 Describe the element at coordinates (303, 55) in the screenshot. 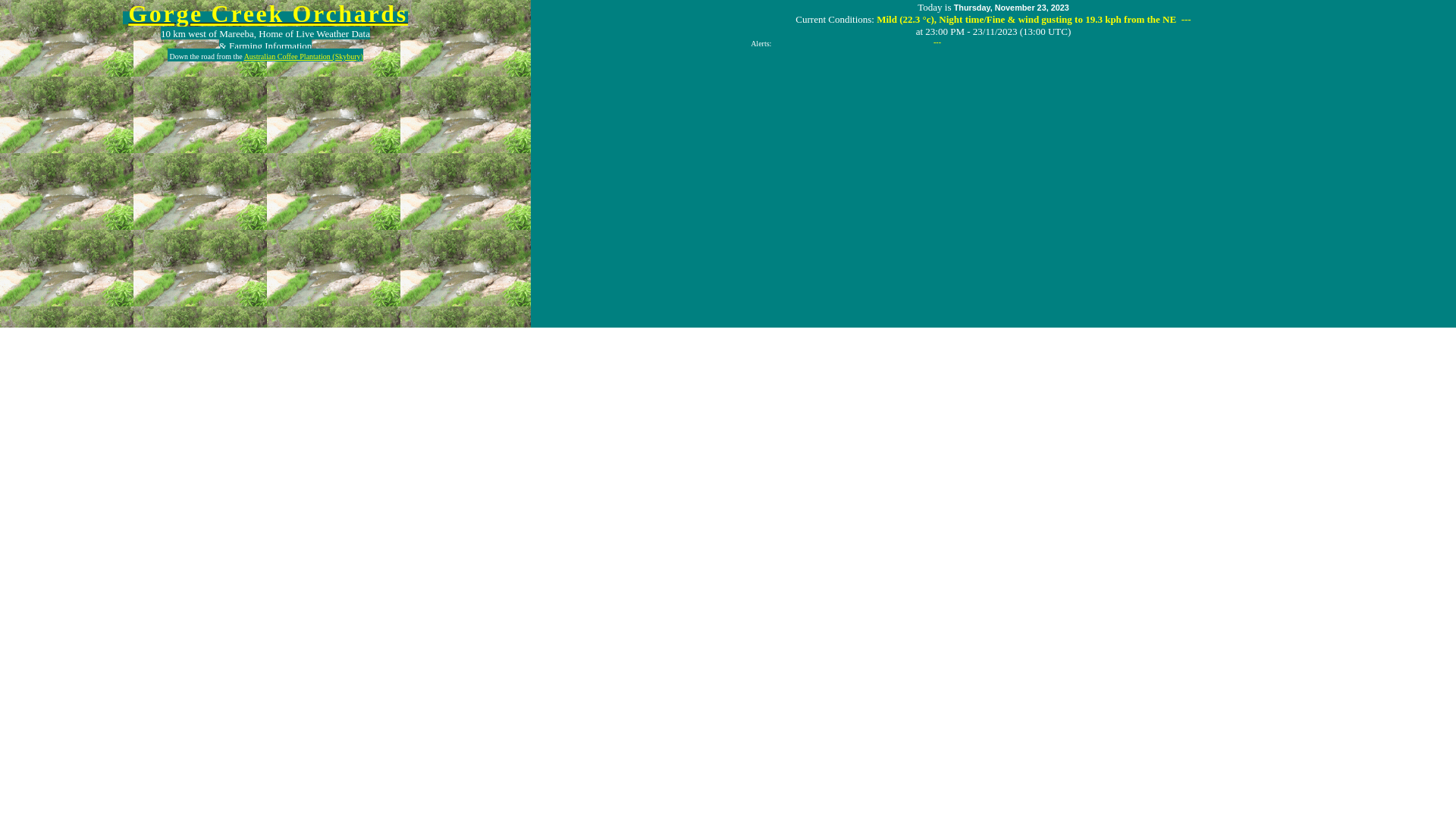

I see `'Australian Coffee Plantation (Skybury)'` at that location.